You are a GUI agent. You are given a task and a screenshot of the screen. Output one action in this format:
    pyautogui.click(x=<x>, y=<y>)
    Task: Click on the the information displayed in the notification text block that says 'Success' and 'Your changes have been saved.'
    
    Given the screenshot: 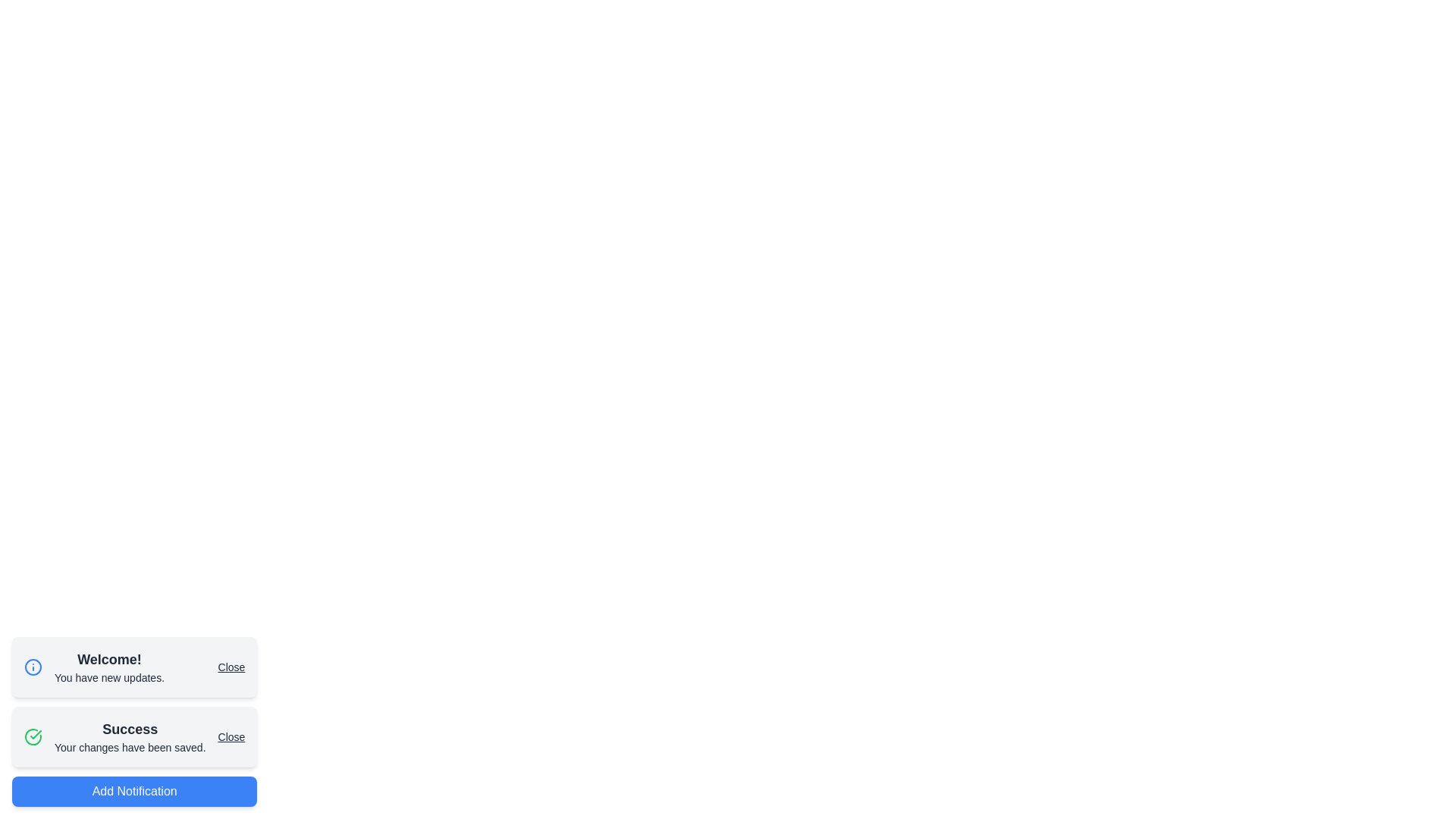 What is the action you would take?
    pyautogui.click(x=130, y=736)
    